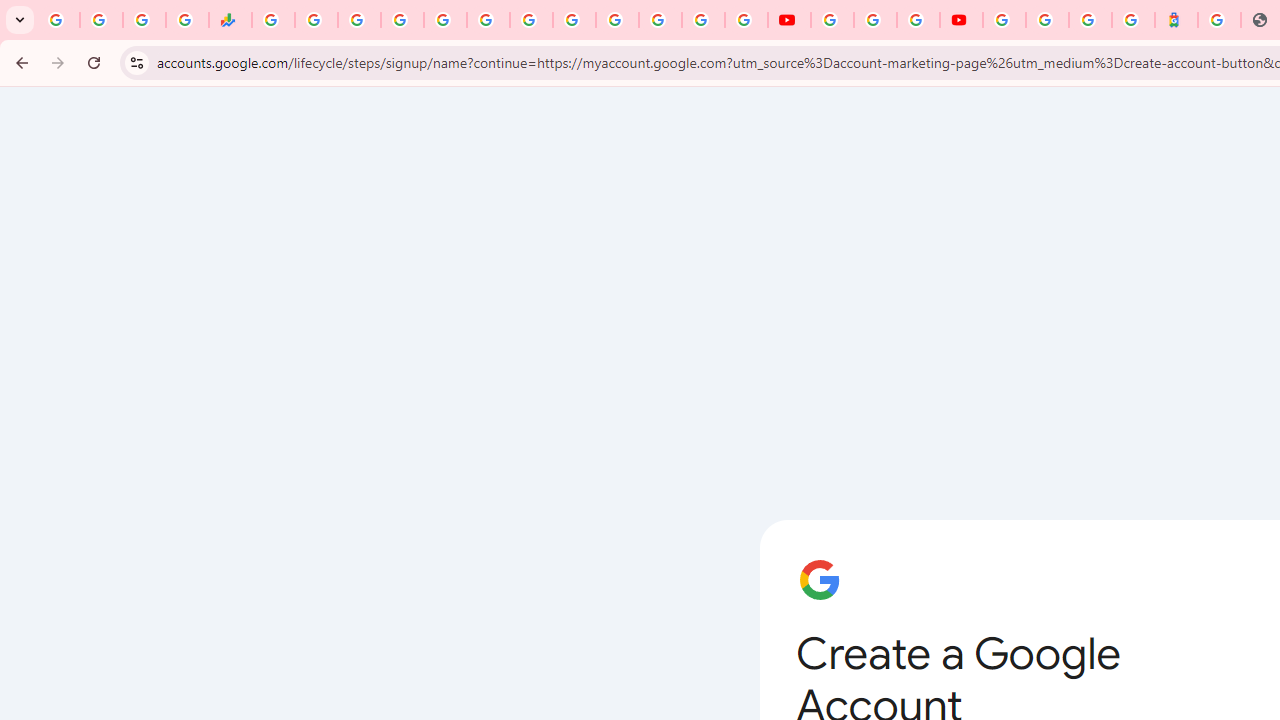 This screenshot has height=720, width=1280. I want to click on 'Sign in - Google Accounts', so click(1046, 20).